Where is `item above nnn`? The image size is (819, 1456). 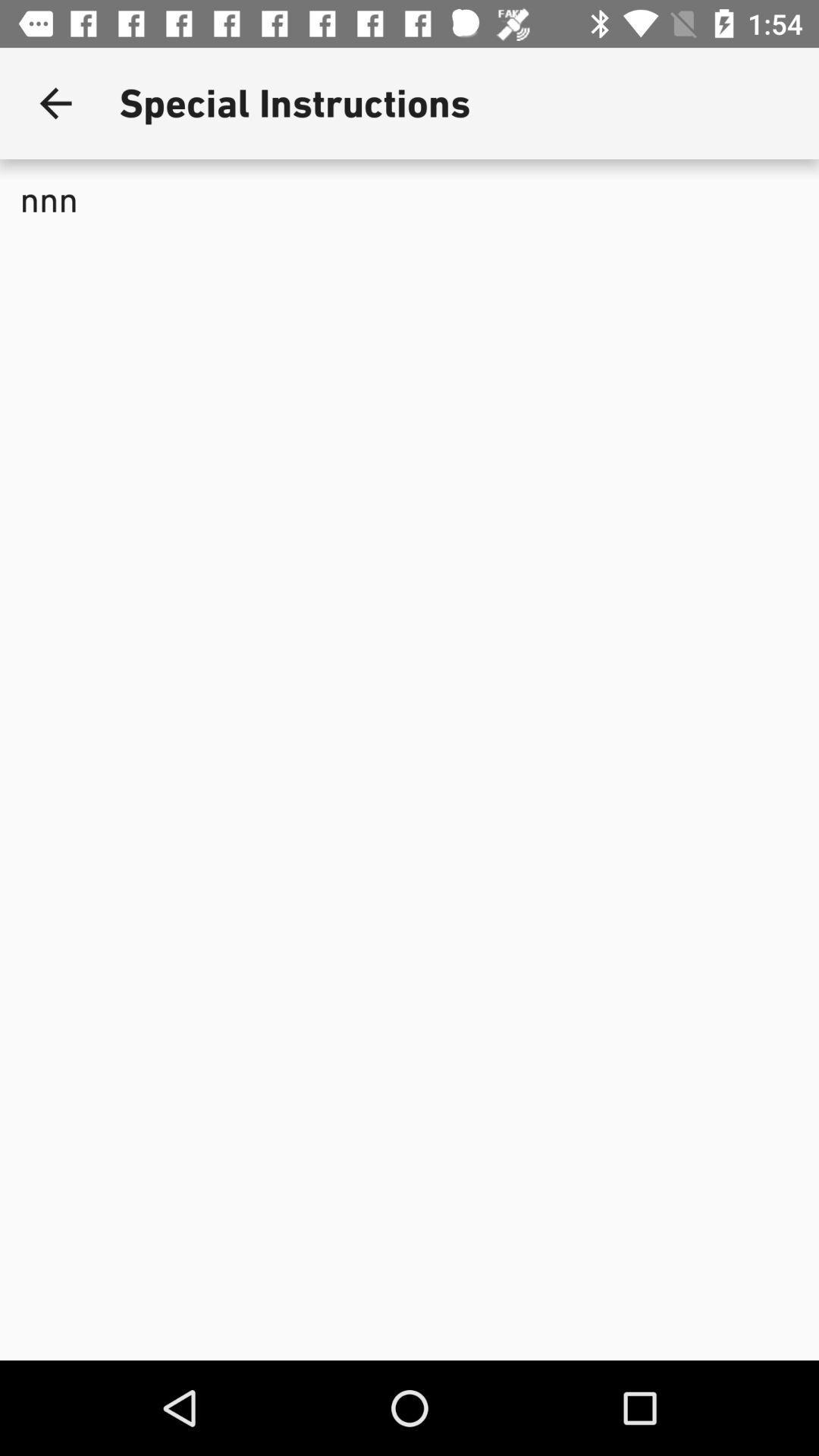 item above nnn is located at coordinates (55, 102).